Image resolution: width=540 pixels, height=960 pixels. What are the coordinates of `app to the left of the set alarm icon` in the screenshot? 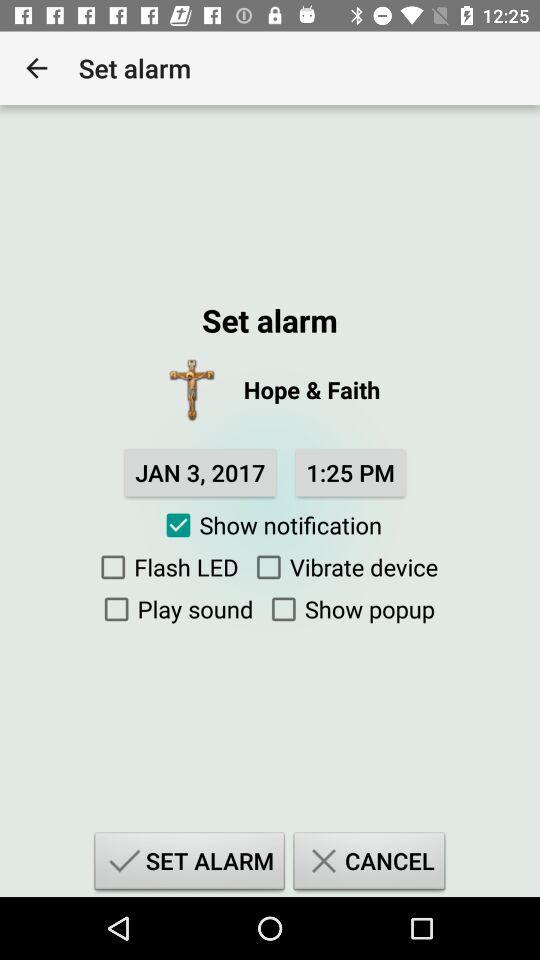 It's located at (36, 68).